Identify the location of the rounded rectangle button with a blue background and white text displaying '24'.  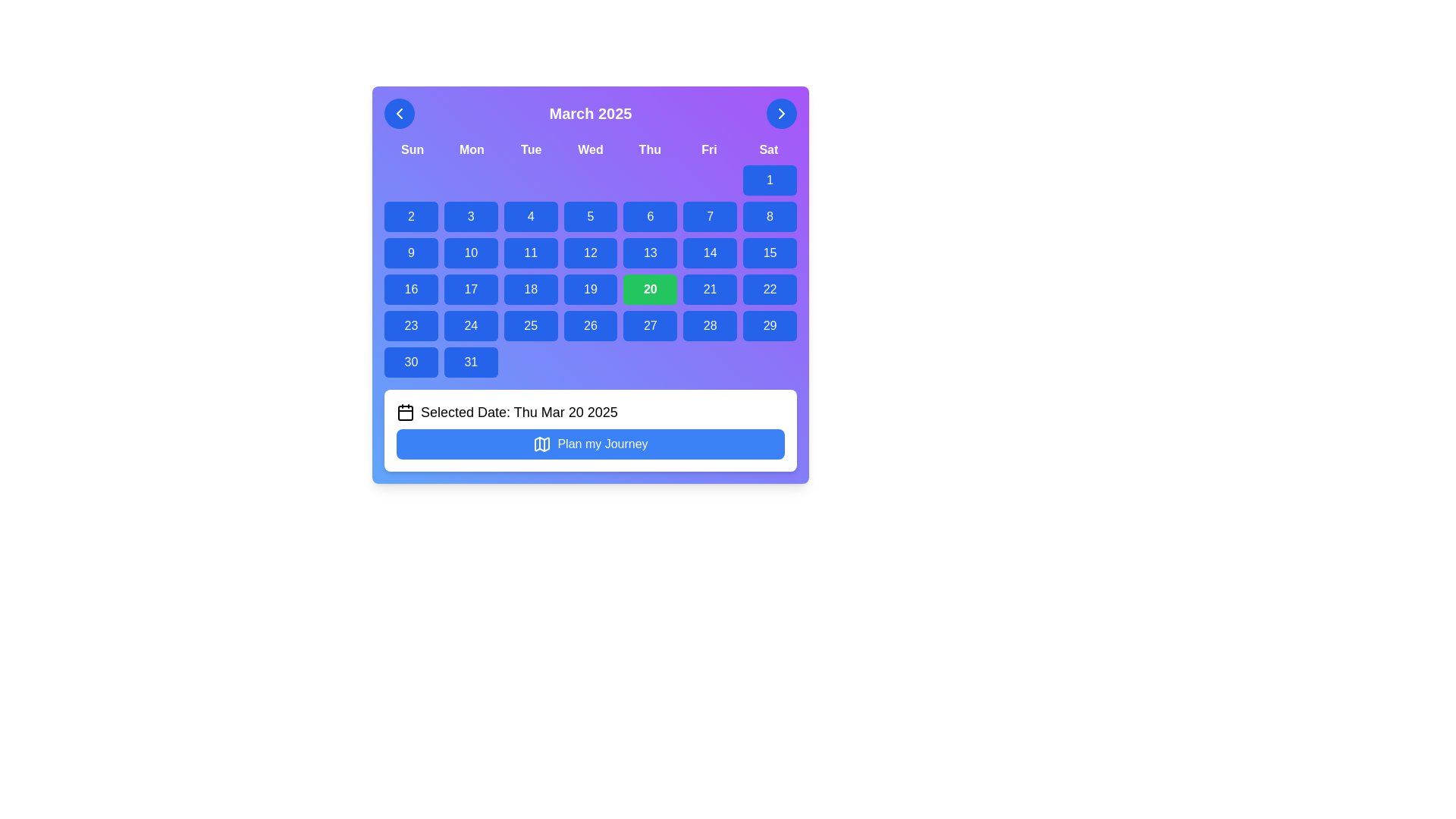
(470, 325).